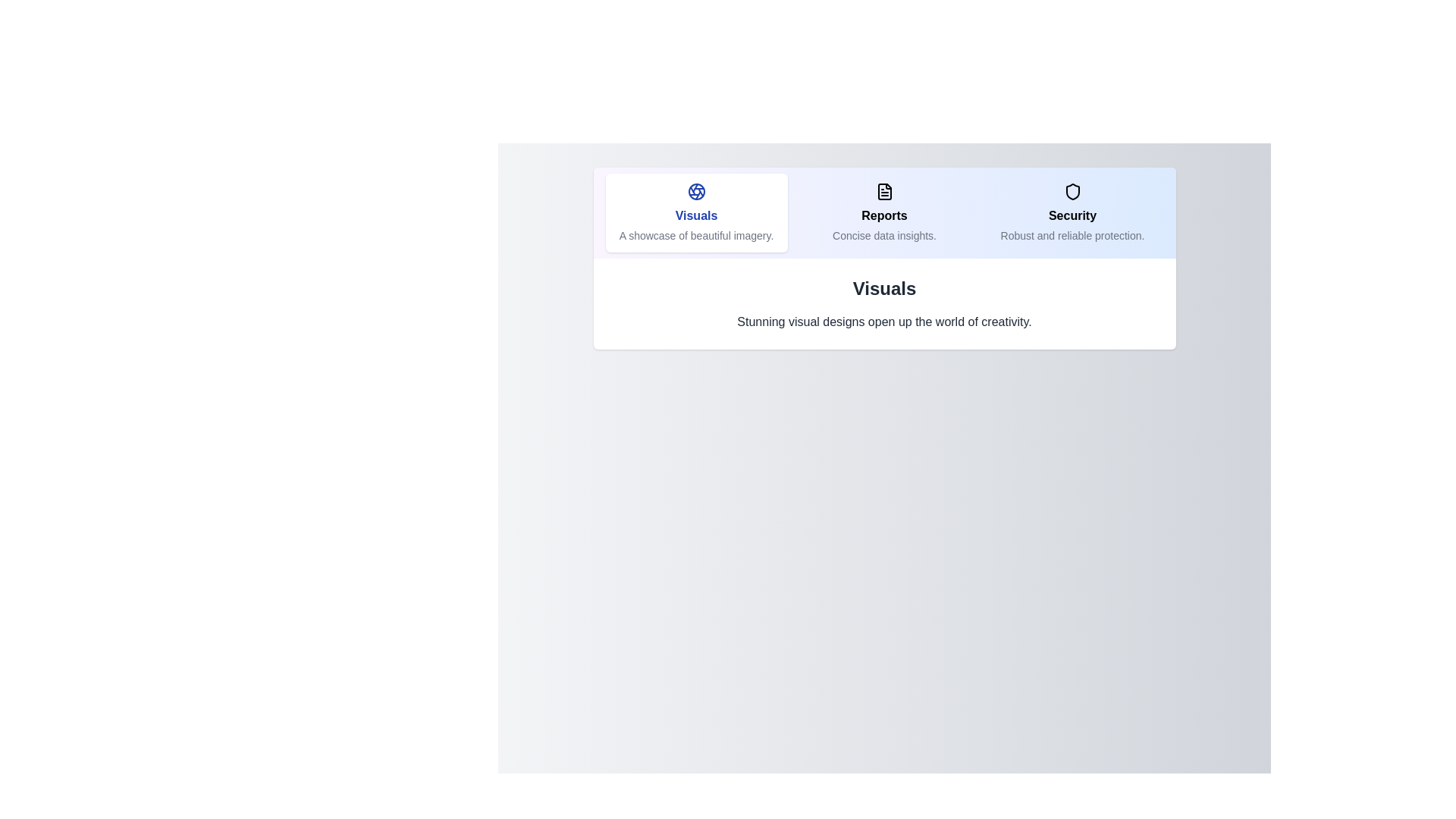 The height and width of the screenshot is (819, 1456). Describe the element at coordinates (1072, 213) in the screenshot. I see `the Security tab to view its content` at that location.